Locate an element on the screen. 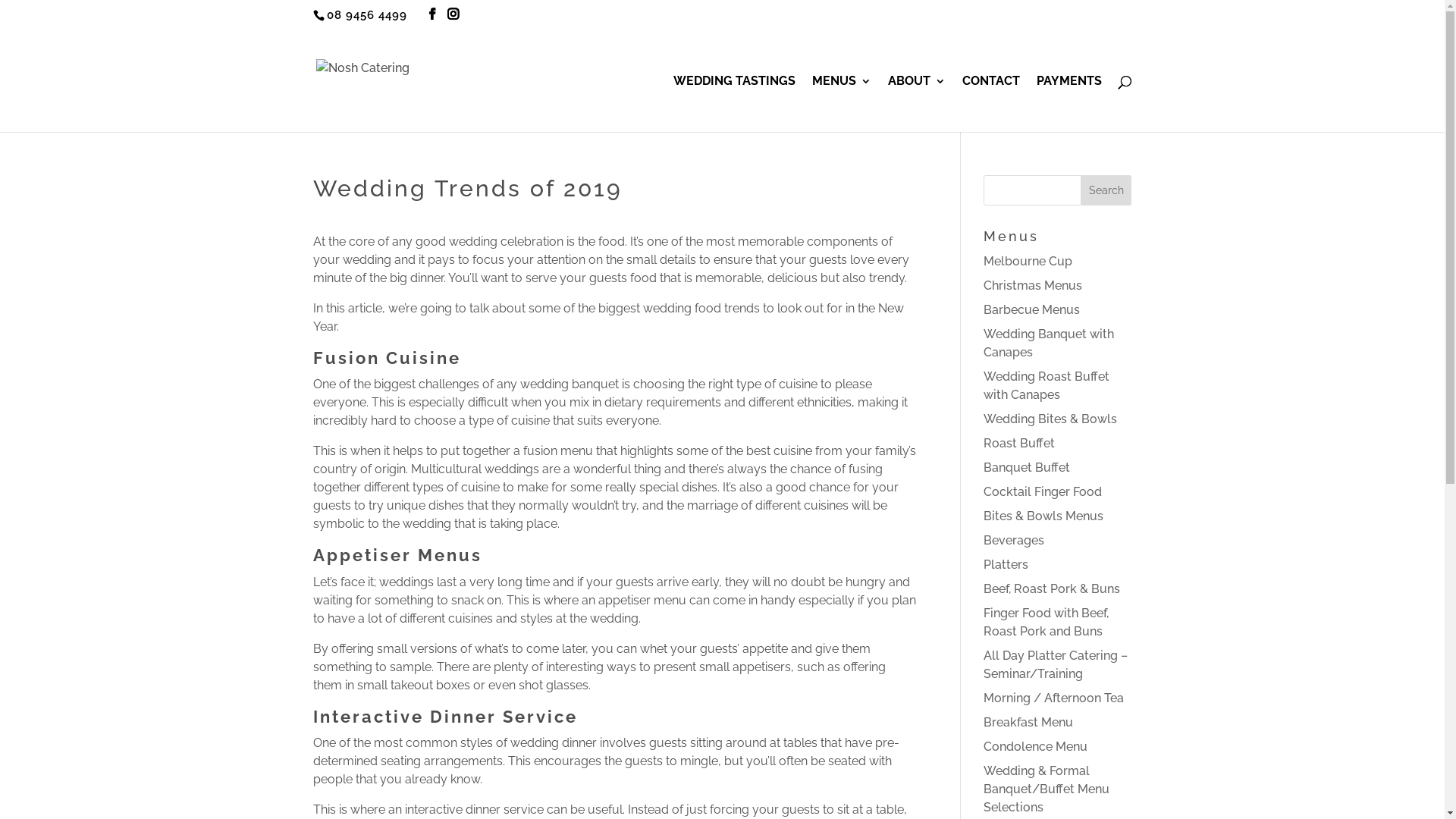 The image size is (1456, 819). 'WEDDING TASTINGS' is located at coordinates (734, 103).